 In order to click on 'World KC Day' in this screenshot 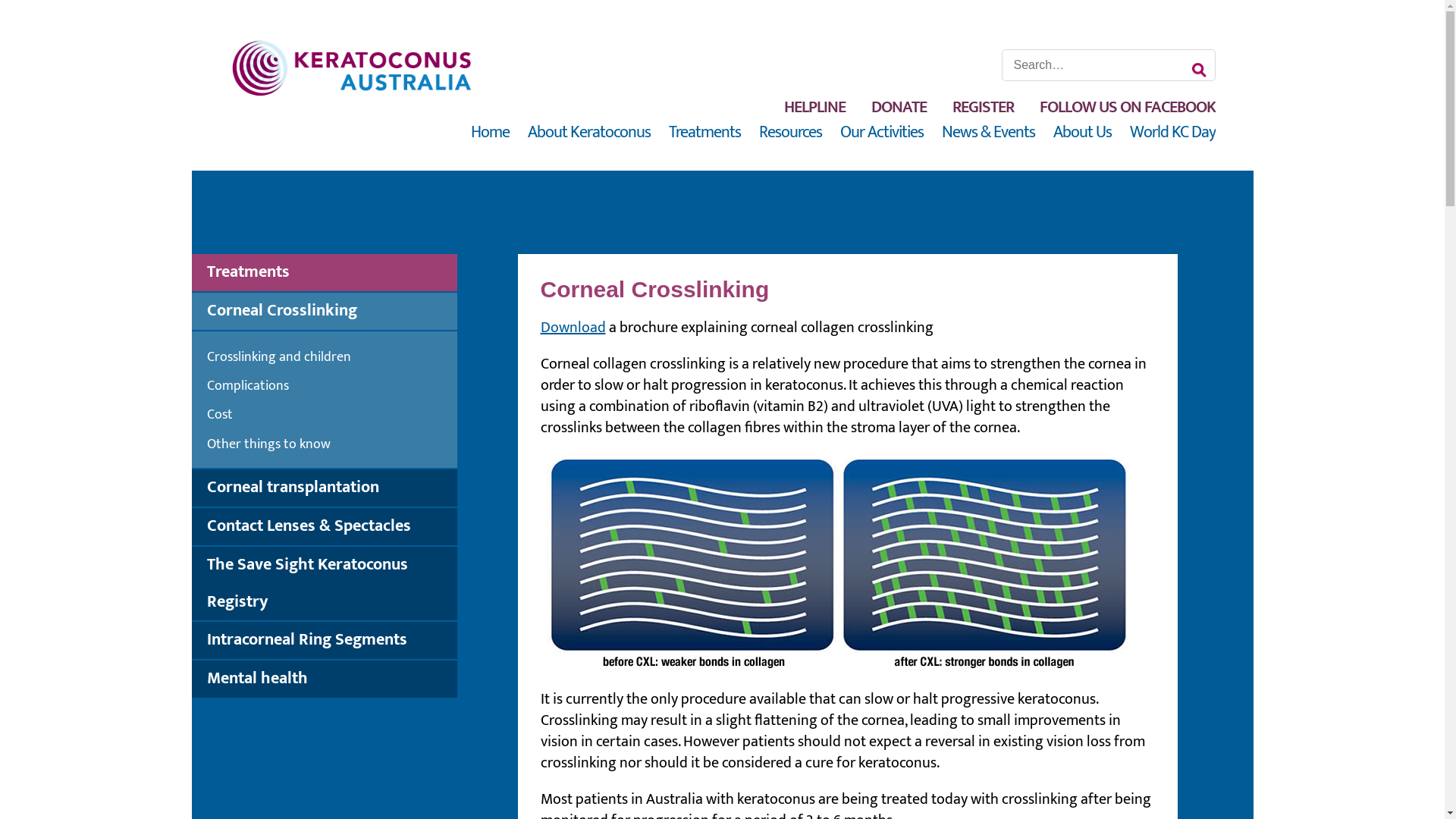, I will do `click(1172, 131)`.